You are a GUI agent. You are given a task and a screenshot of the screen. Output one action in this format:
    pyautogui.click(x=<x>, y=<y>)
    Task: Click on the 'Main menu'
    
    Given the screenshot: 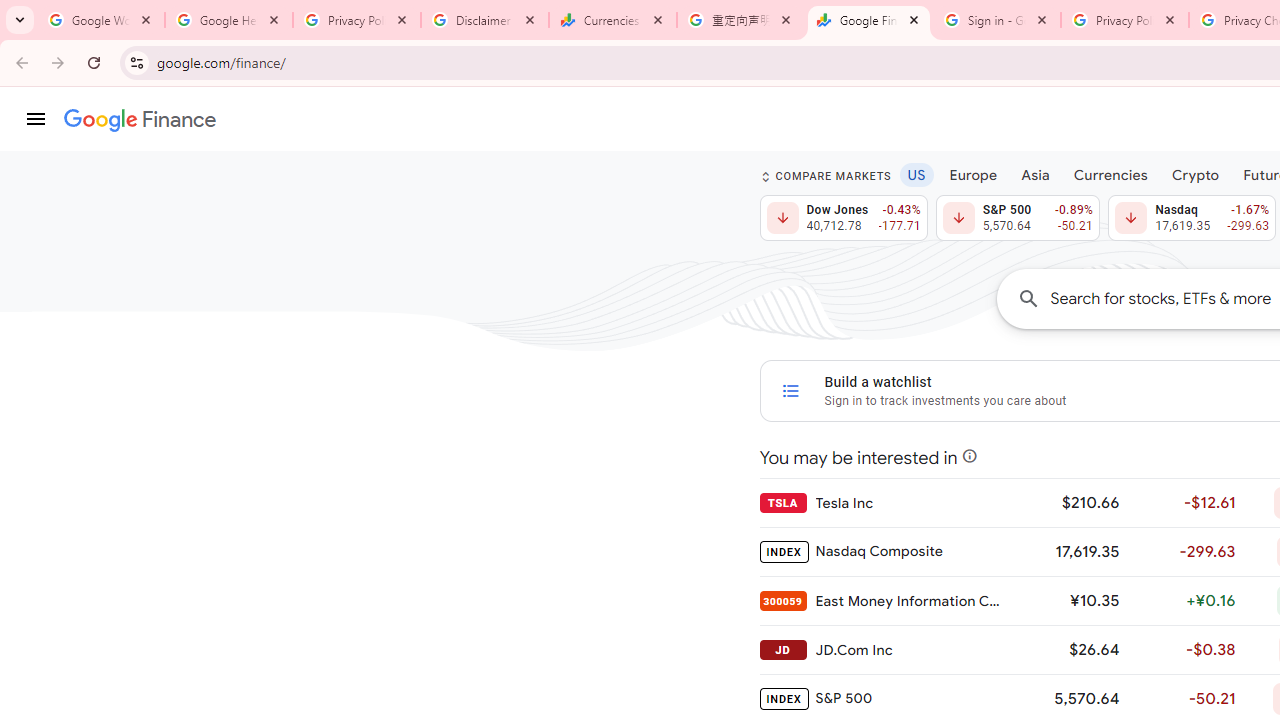 What is the action you would take?
    pyautogui.click(x=35, y=119)
    